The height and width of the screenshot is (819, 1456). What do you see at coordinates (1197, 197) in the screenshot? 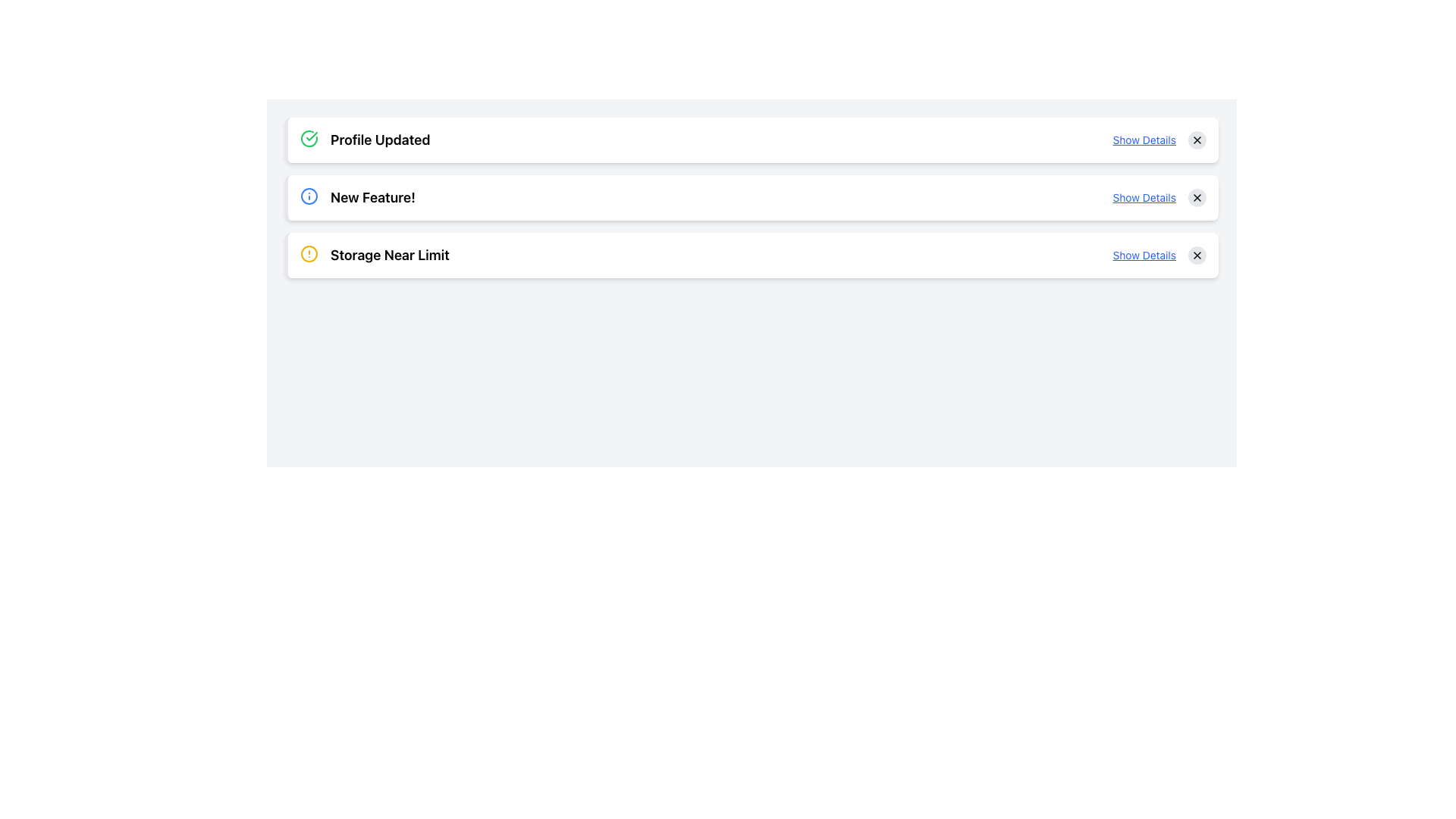
I see `the circular close button with a gray background and an 'X' icon located to the right of the 'Show Details' link in the second row of the list` at bounding box center [1197, 197].